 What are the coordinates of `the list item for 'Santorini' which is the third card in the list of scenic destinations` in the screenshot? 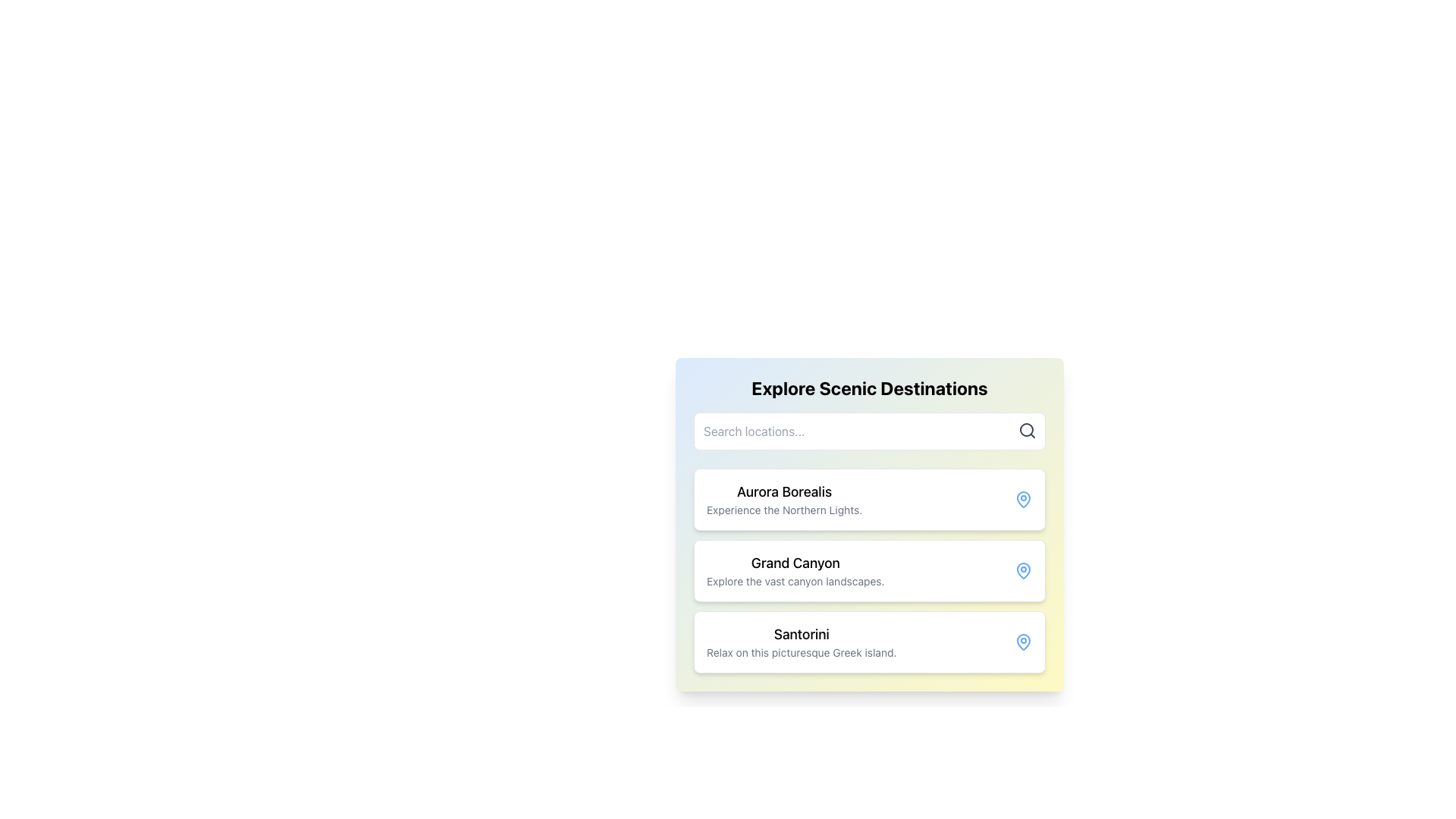 It's located at (800, 642).